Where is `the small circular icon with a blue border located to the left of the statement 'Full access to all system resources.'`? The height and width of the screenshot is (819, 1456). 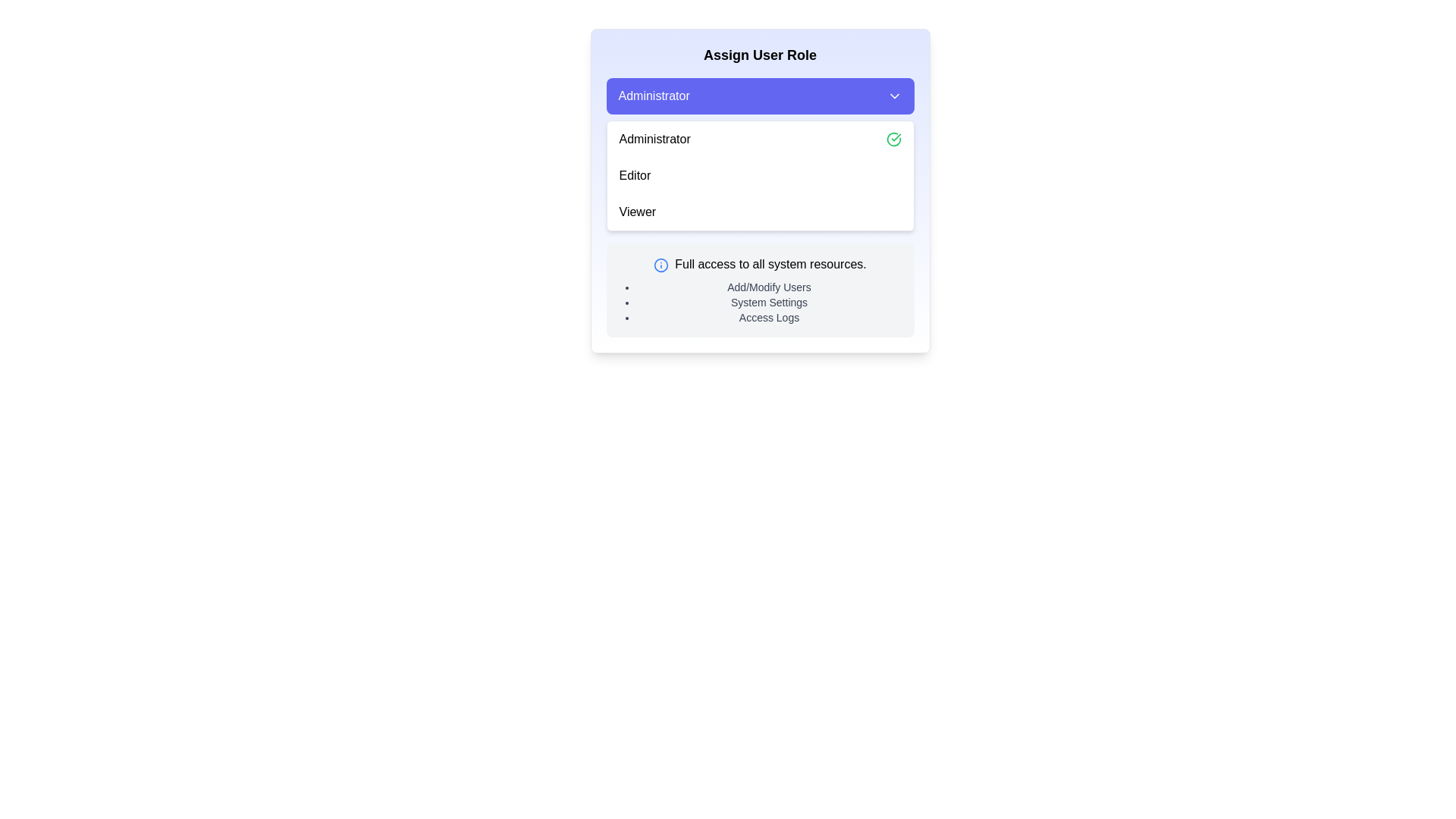
the small circular icon with a blue border located to the left of the statement 'Full access to all system resources.' is located at coordinates (661, 264).